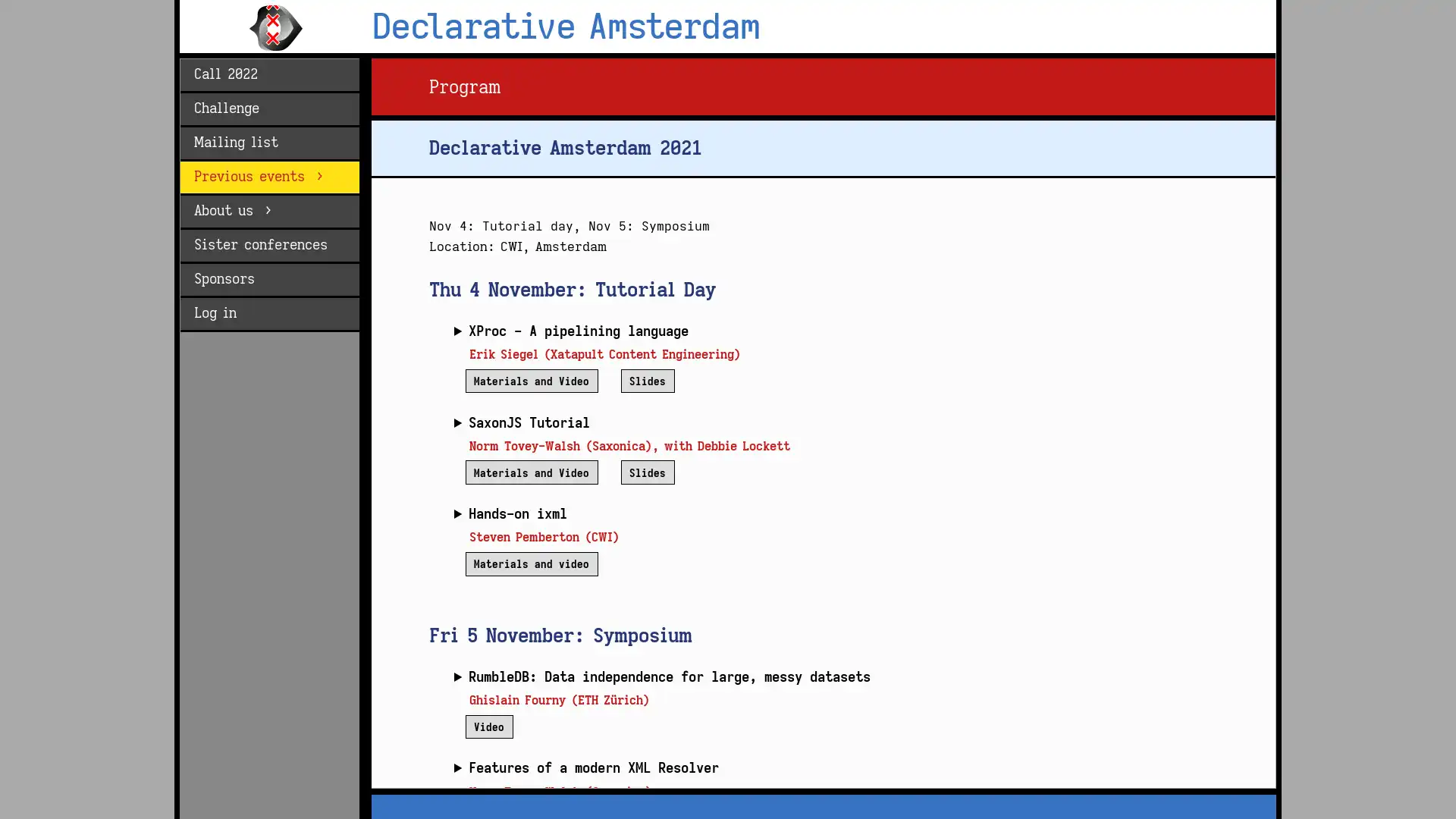  I want to click on Slides, so click(647, 471).